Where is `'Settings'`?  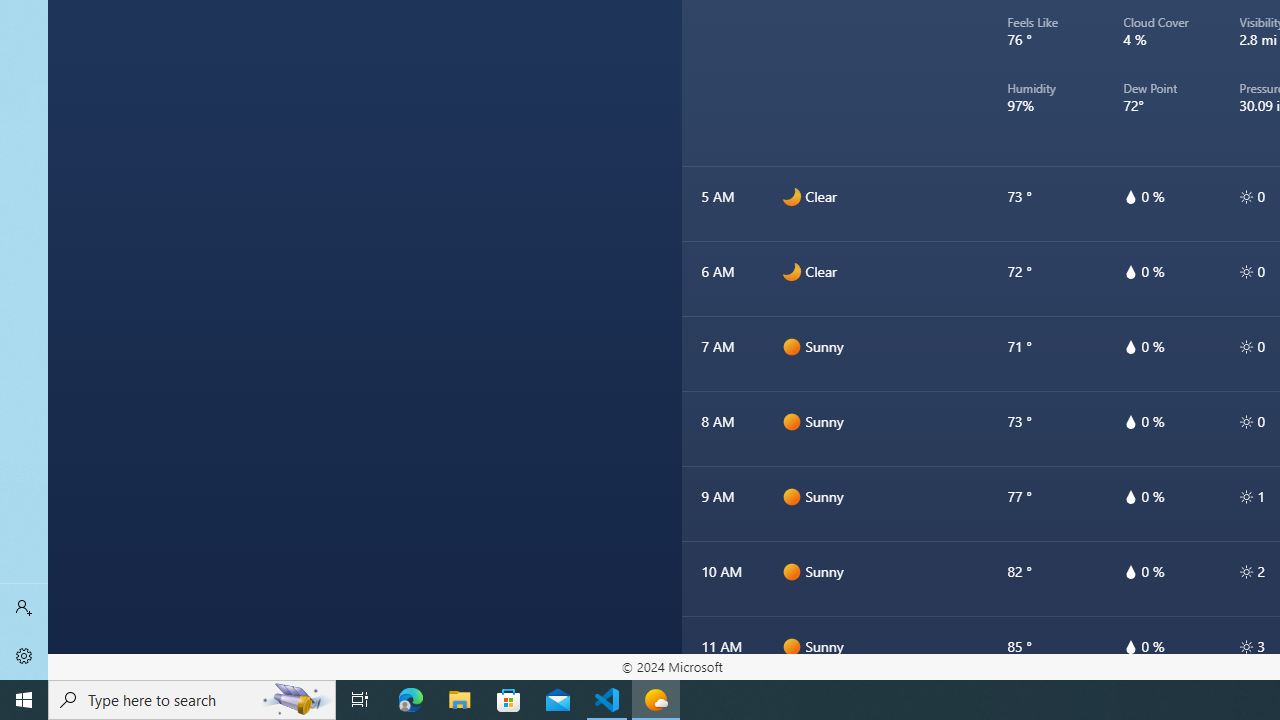
'Settings' is located at coordinates (24, 655).